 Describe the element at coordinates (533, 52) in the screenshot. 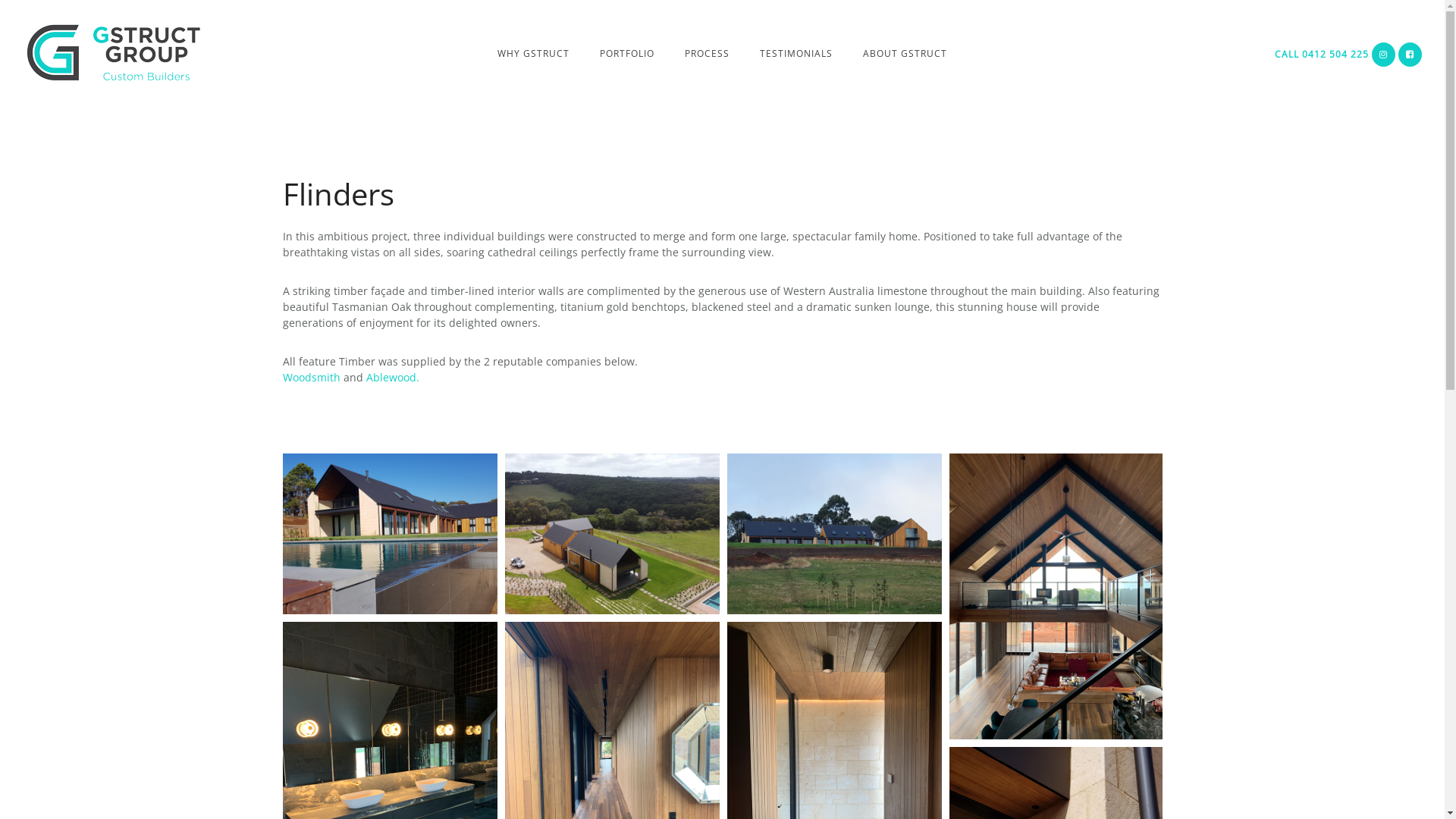

I see `'WHY GSTRUCT'` at that location.